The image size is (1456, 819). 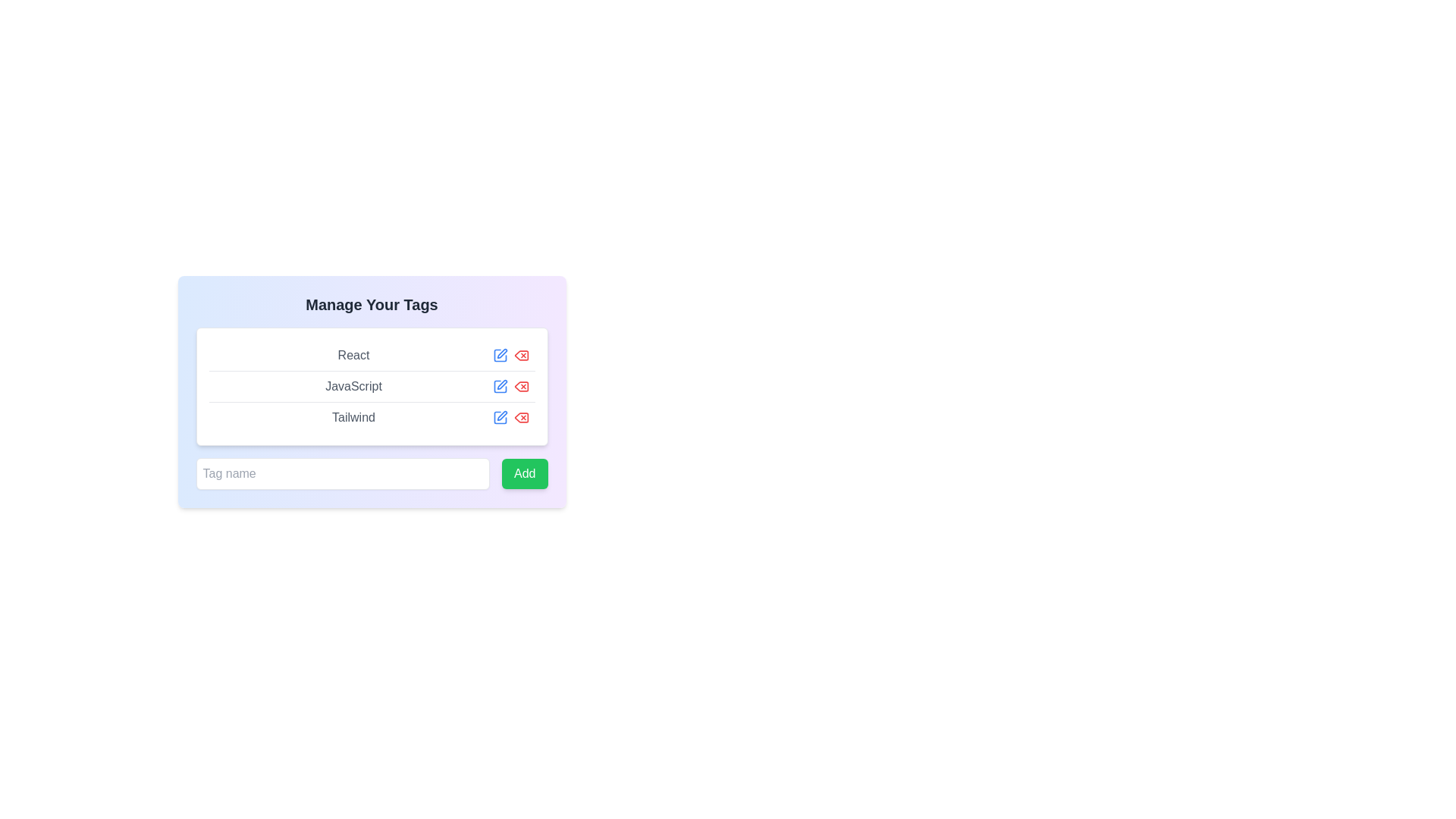 What do you see at coordinates (521, 418) in the screenshot?
I see `the delete action graphic for the 'Tailwind' tag, which is the third entry in the 'Manage Your Tags' section` at bounding box center [521, 418].